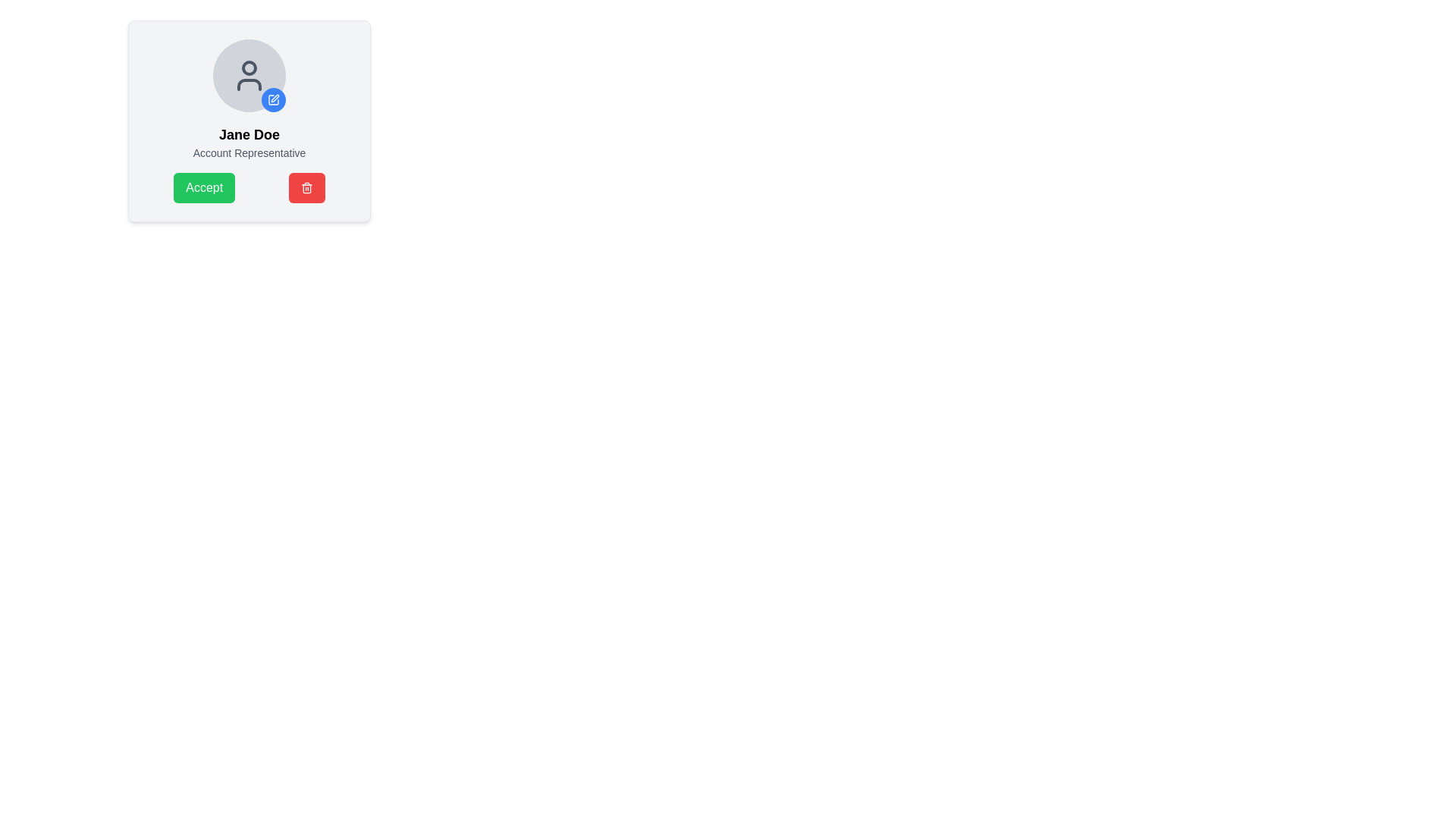 The image size is (1456, 819). Describe the element at coordinates (273, 99) in the screenshot. I see `the button located at the bottom-right corner of the circular profile picture area to observe a color change indicating interactivity` at that location.